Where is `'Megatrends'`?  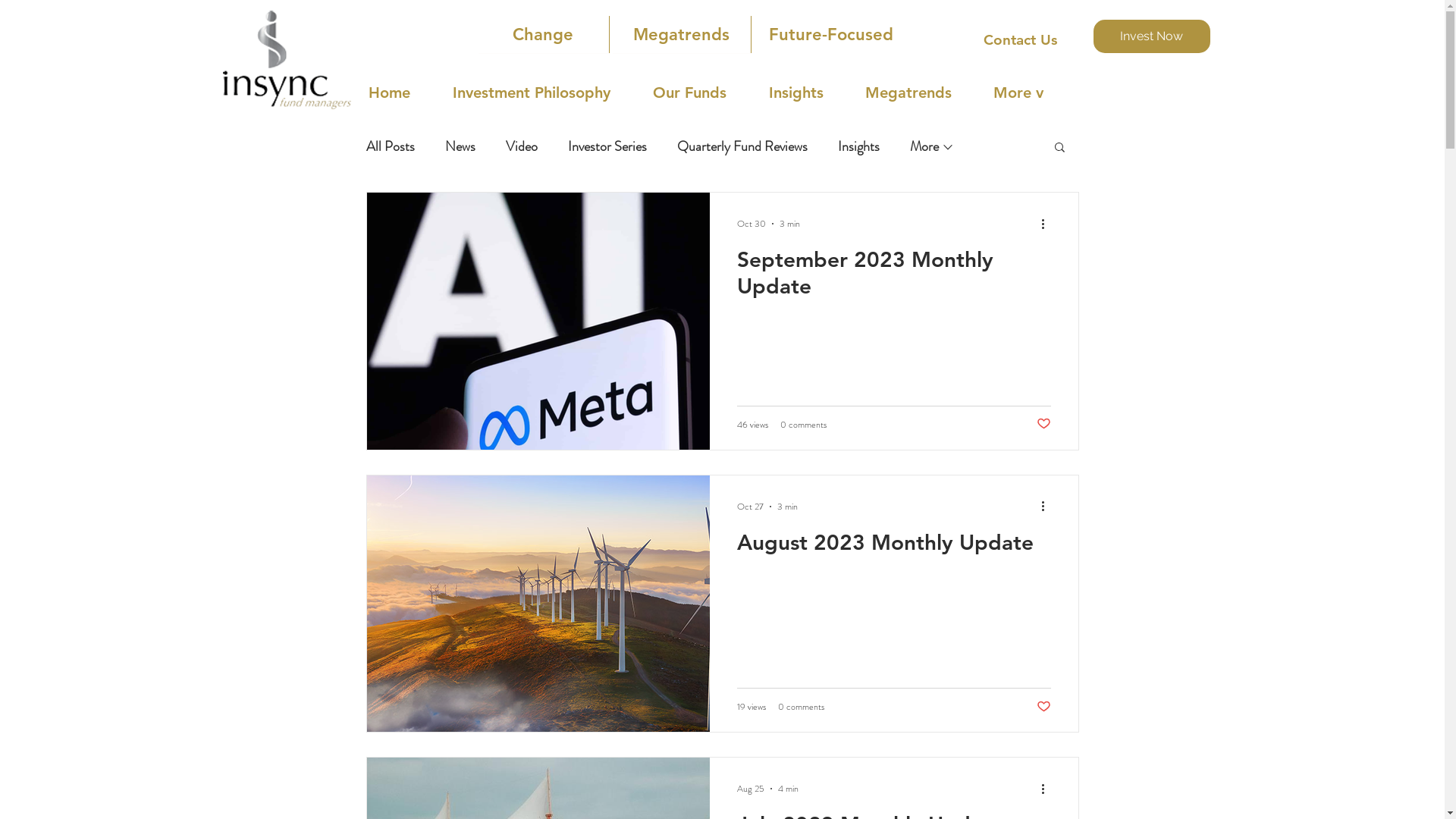 'Megatrends' is located at coordinates (679, 34).